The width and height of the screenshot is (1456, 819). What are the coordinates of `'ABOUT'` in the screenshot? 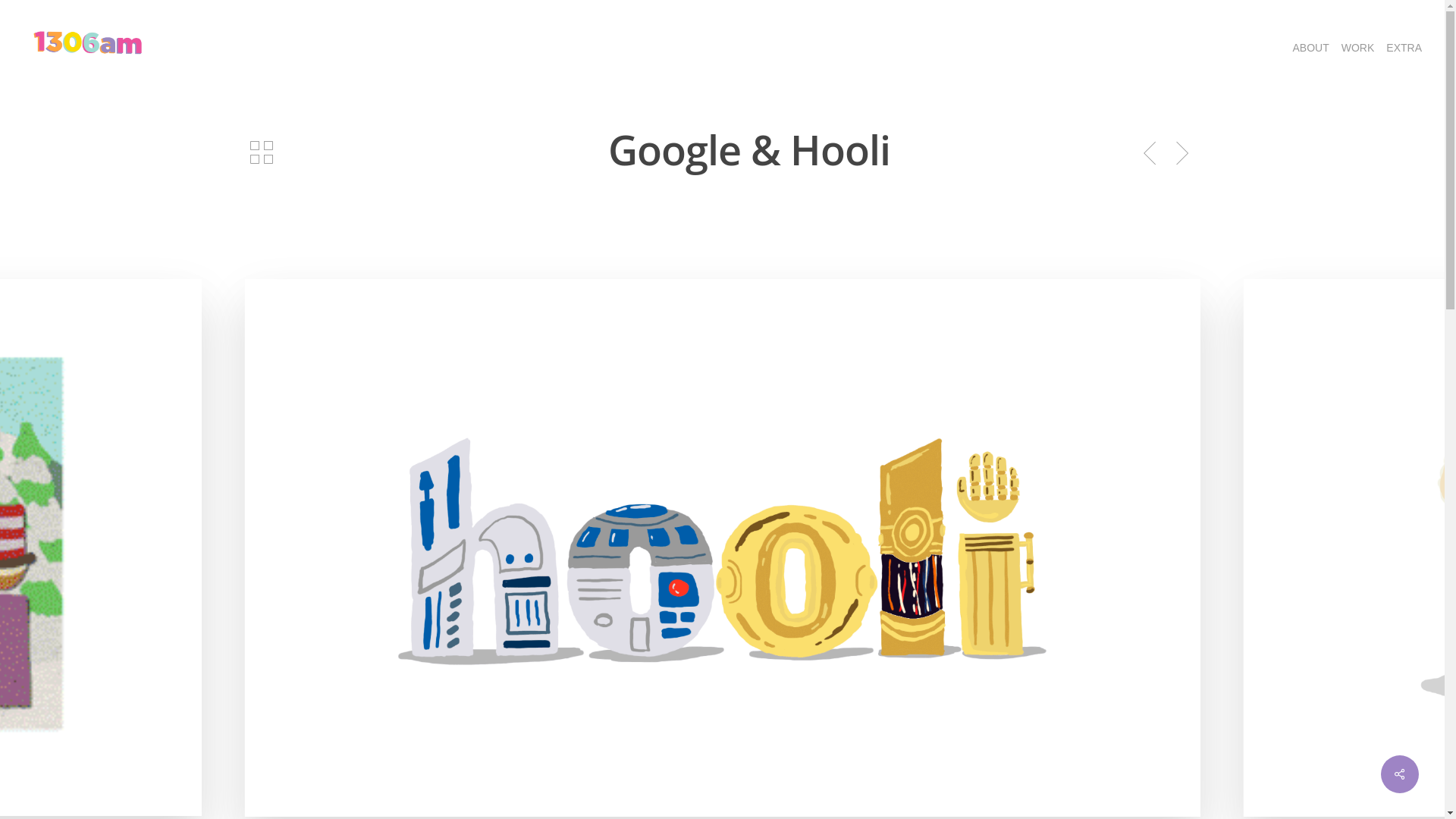 It's located at (1310, 46).